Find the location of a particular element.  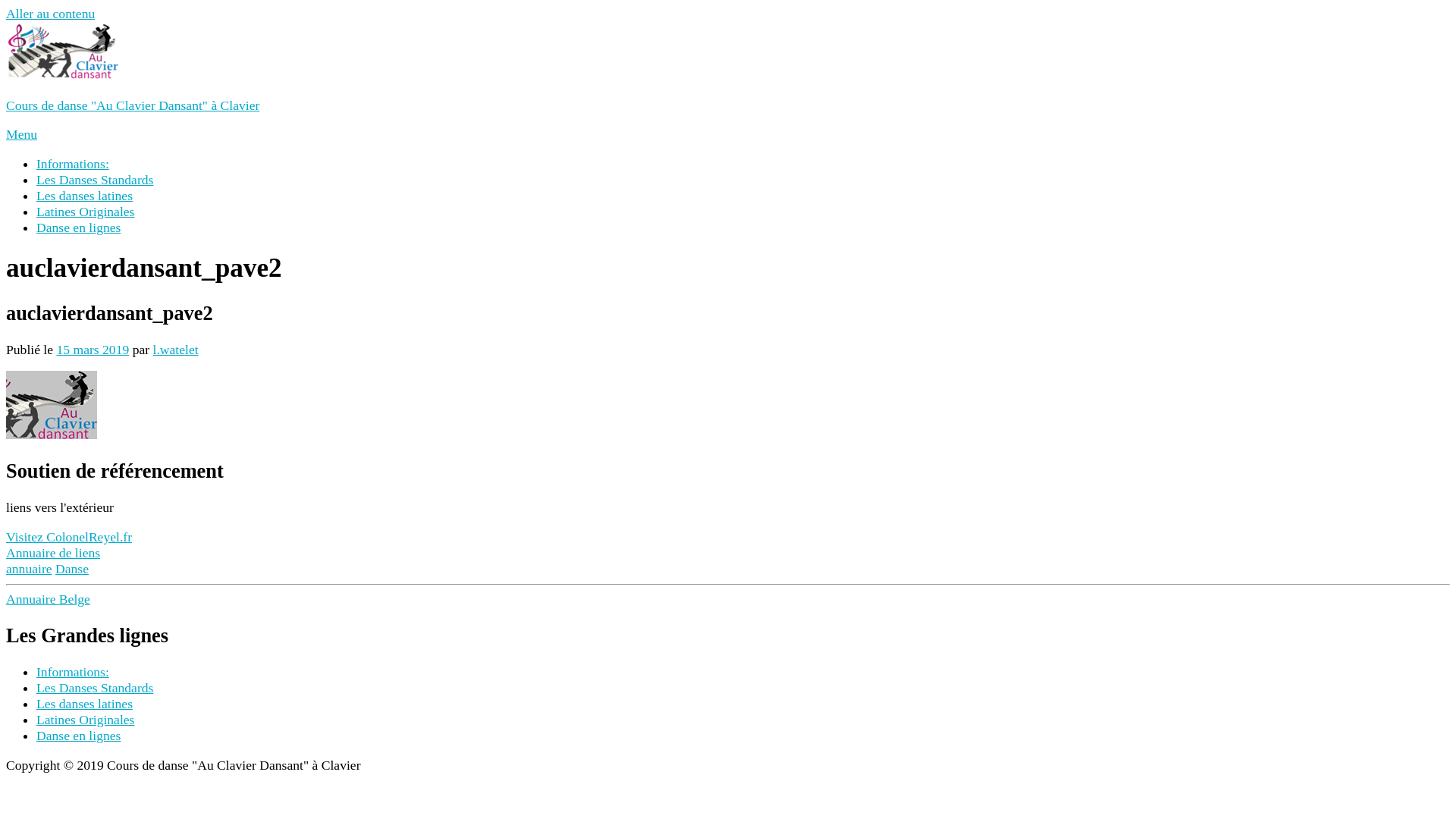

'Menu' is located at coordinates (21, 133).